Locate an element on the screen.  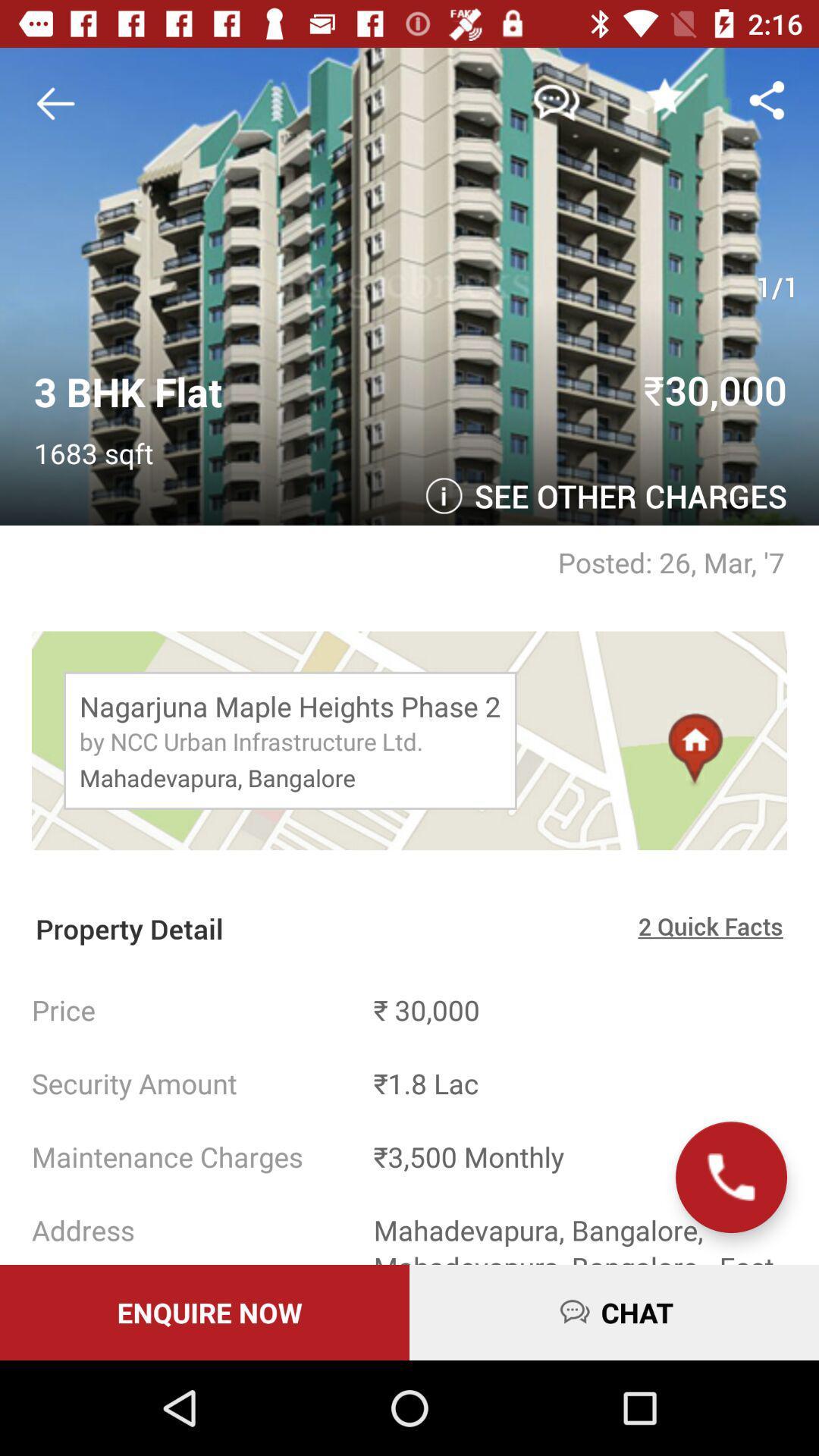
advertisement is located at coordinates (60, 102).